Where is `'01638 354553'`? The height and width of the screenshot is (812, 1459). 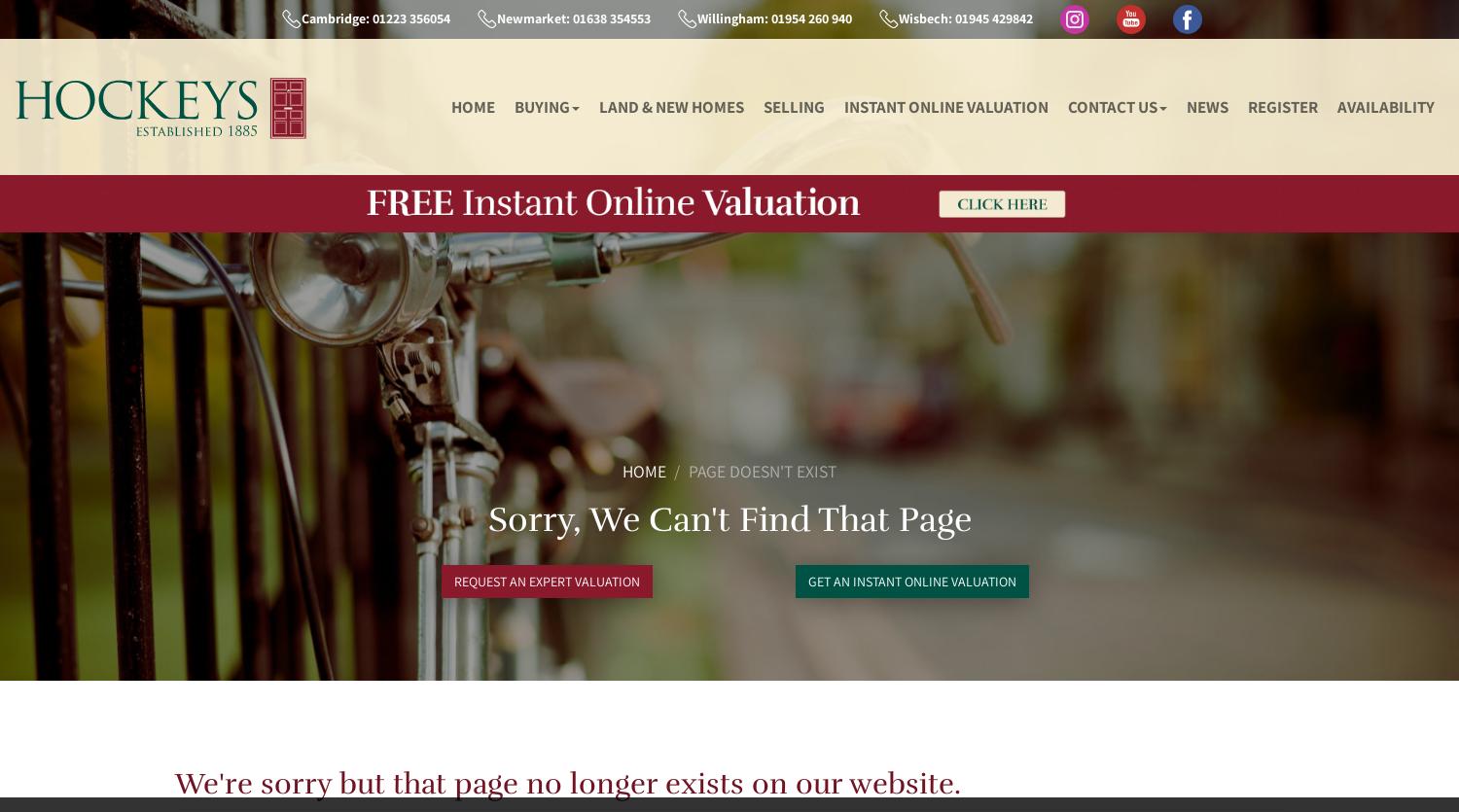 '01638 354553' is located at coordinates (568, 18).